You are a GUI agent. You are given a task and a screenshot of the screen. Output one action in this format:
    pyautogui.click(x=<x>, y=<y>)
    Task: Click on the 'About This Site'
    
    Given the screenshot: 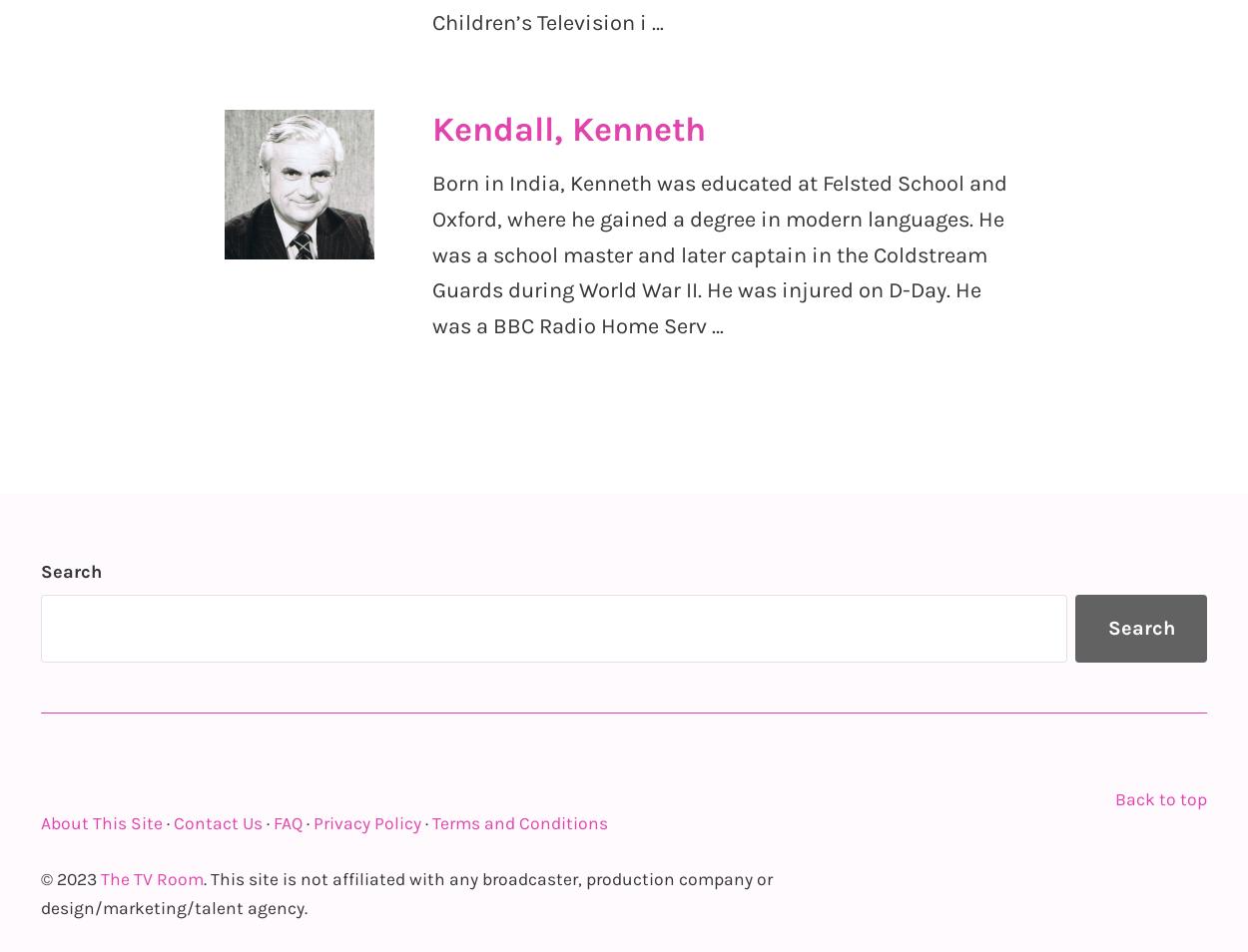 What is the action you would take?
    pyautogui.click(x=101, y=821)
    